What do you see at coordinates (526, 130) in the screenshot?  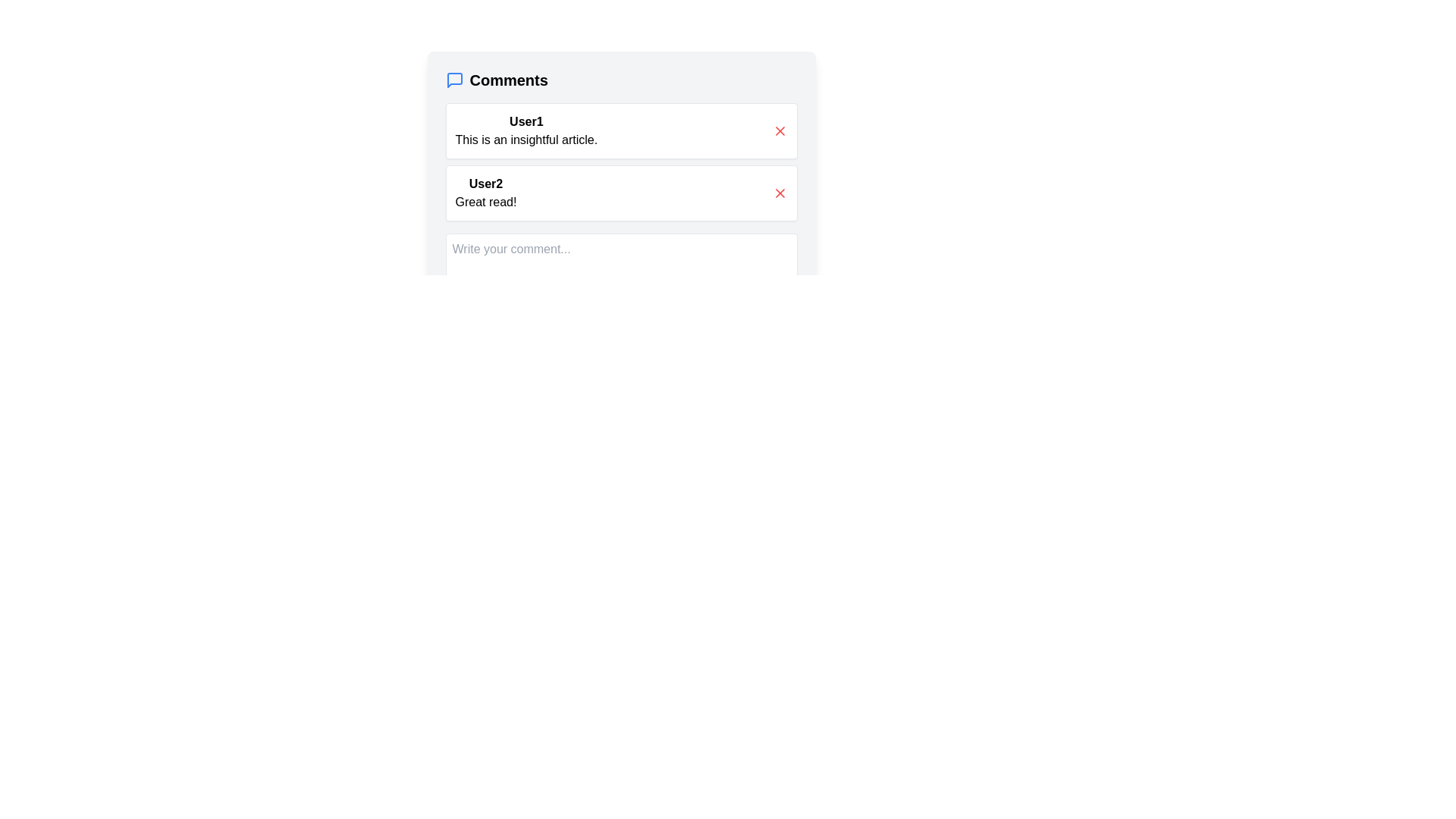 I see `the Comment display box containing the username 'User1' and the comment 'This is an insightful article.'` at bounding box center [526, 130].